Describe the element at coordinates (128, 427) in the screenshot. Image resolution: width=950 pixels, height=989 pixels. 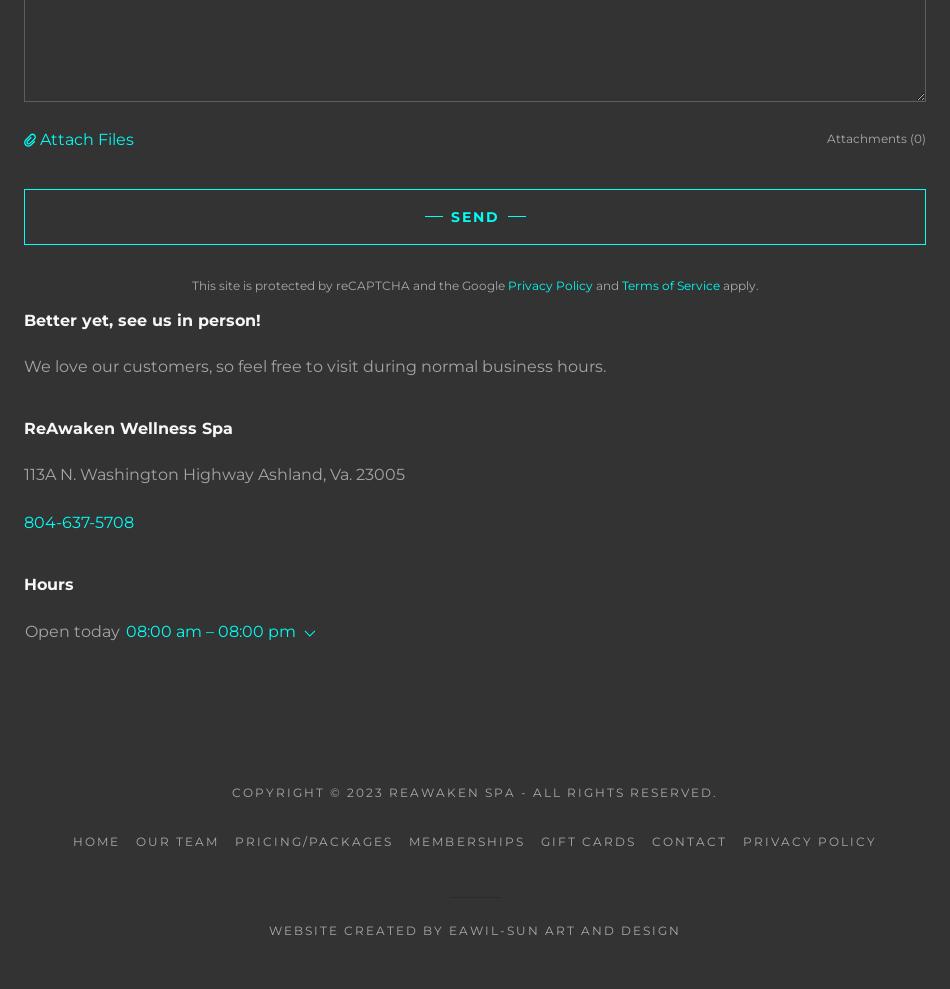
I see `'ReAwaken Wellness  Spa'` at that location.